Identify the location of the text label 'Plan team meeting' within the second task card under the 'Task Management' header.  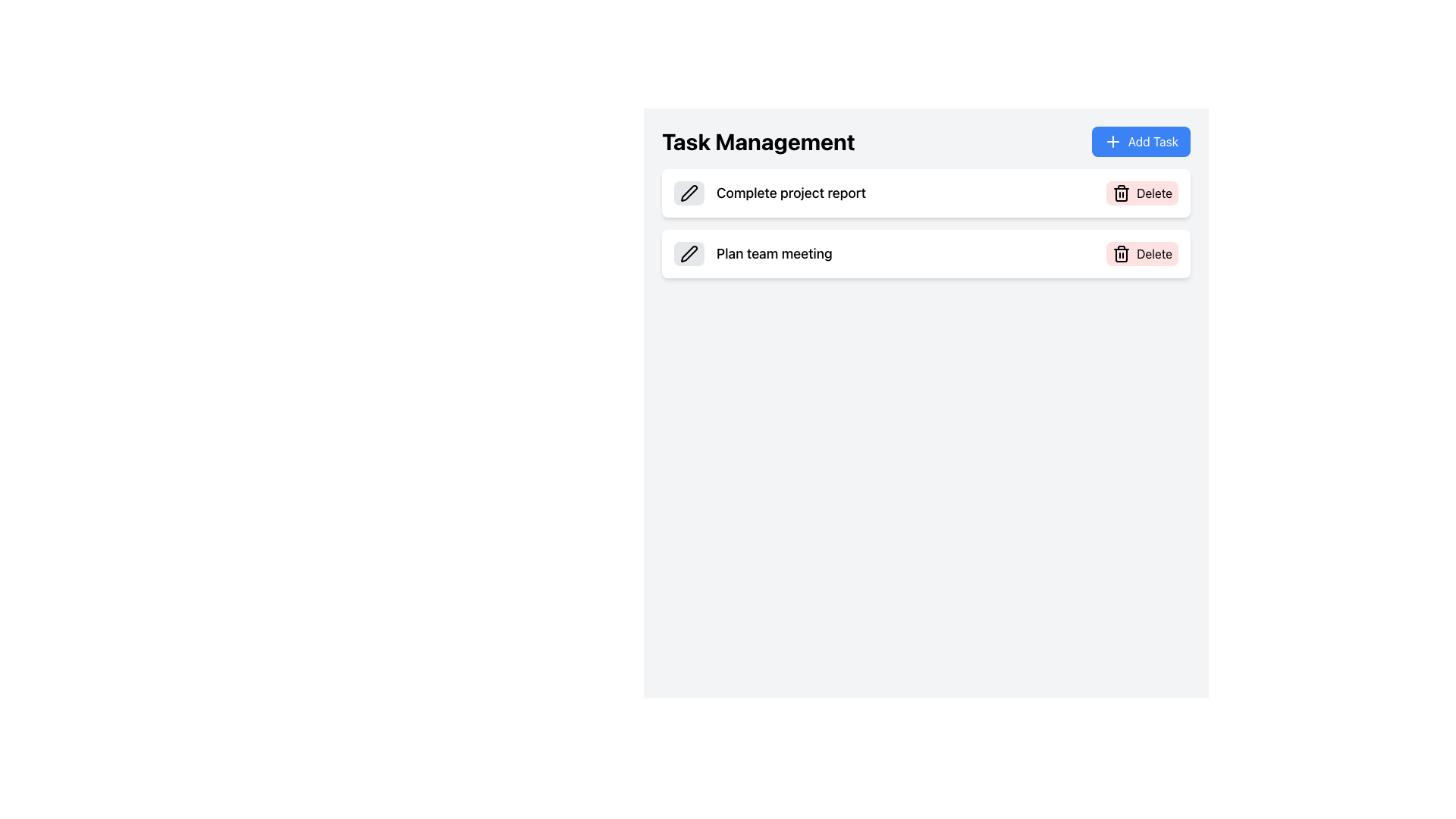
(753, 253).